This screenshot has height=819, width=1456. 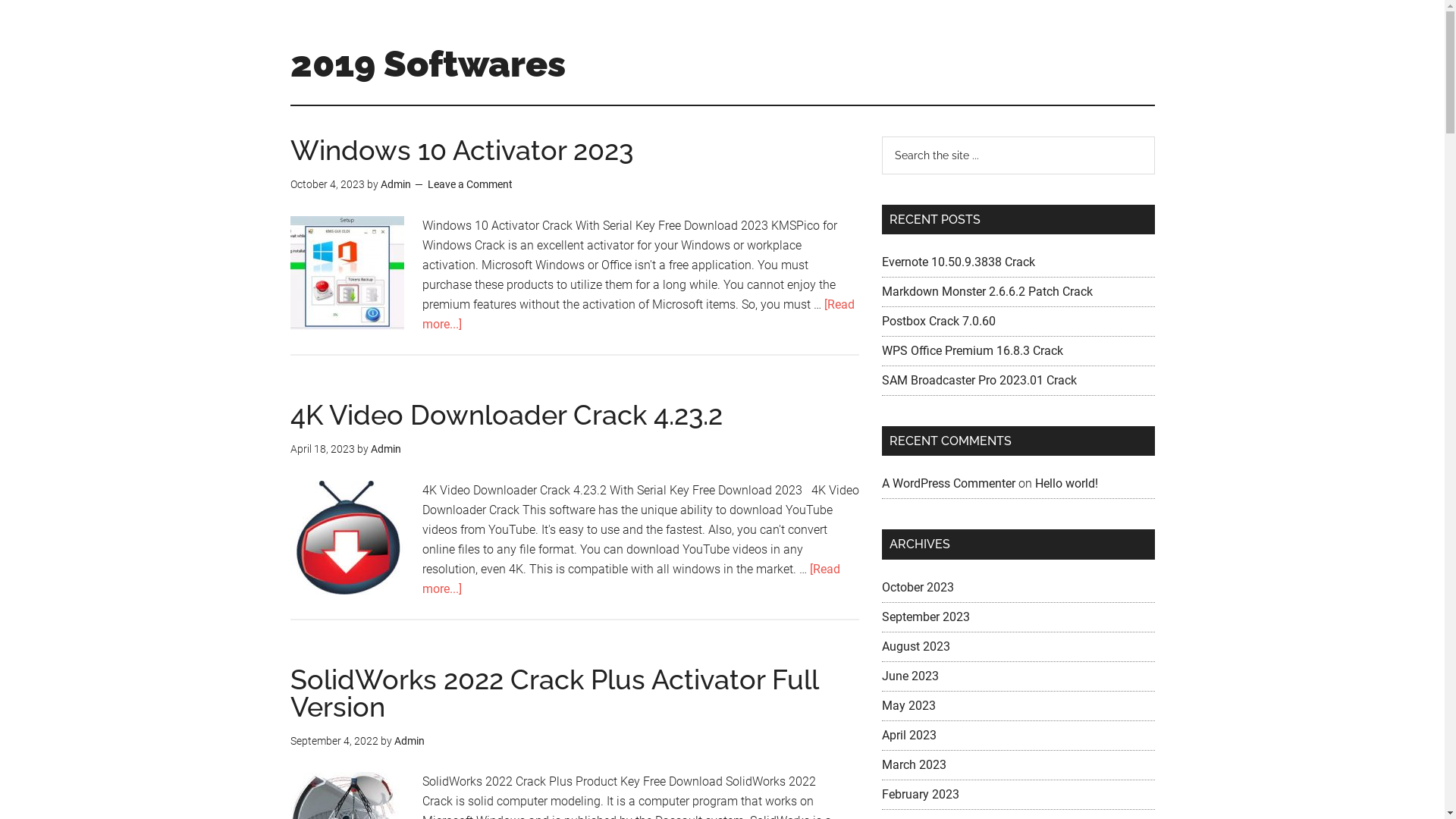 What do you see at coordinates (908, 705) in the screenshot?
I see `'May 2023'` at bounding box center [908, 705].